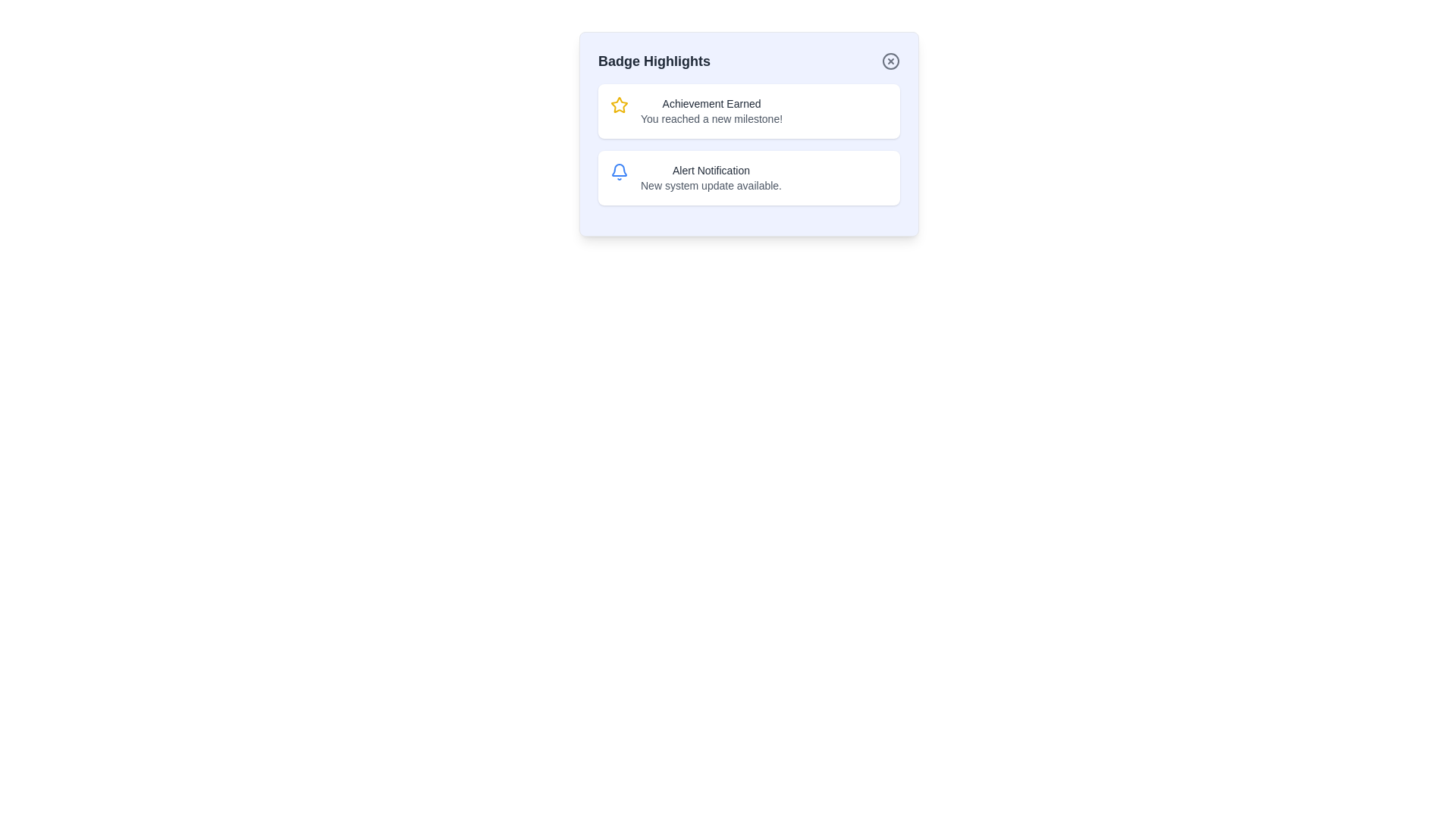 This screenshot has width=1456, height=819. Describe the element at coordinates (619, 104) in the screenshot. I see `the achievement icon located in the 'Badge Highlights' section, which complements the text 'You reached a new milestone!'` at that location.